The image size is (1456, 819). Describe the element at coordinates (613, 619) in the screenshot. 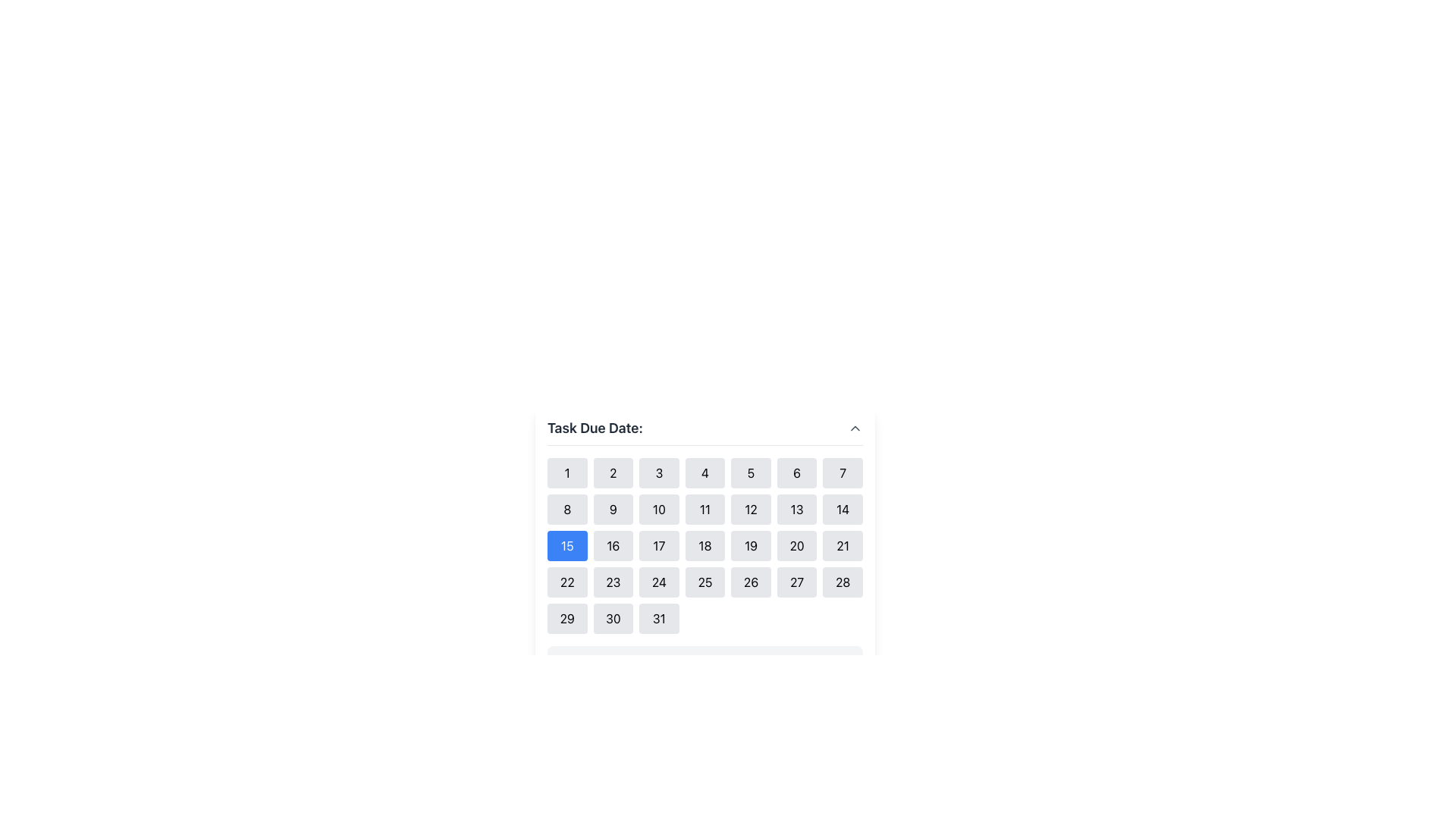

I see `the rectangular button labeled '30'` at that location.